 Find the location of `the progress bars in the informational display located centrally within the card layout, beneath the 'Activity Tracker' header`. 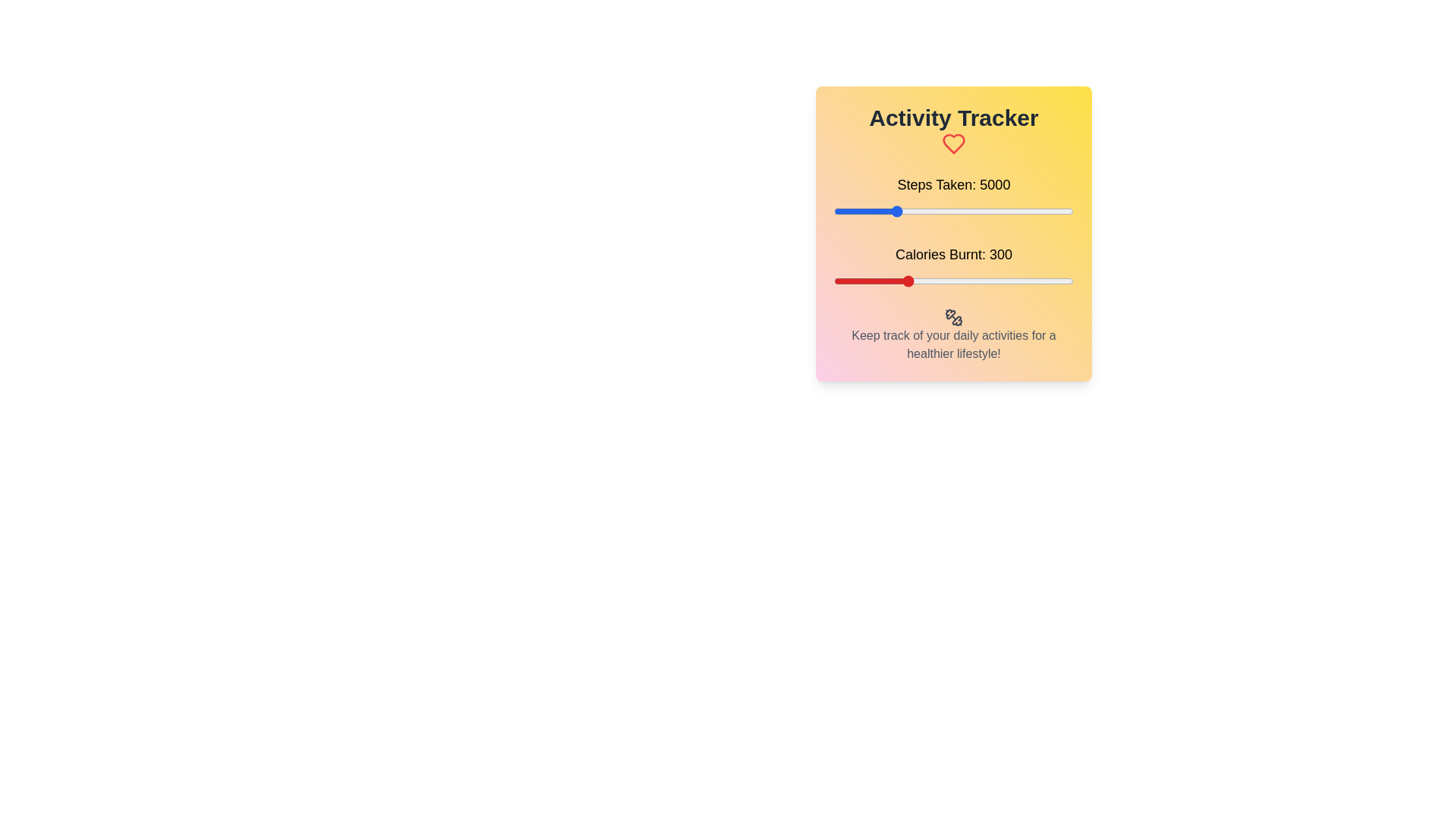

the progress bars in the informational display located centrally within the card layout, beneath the 'Activity Tracker' header is located at coordinates (952, 231).